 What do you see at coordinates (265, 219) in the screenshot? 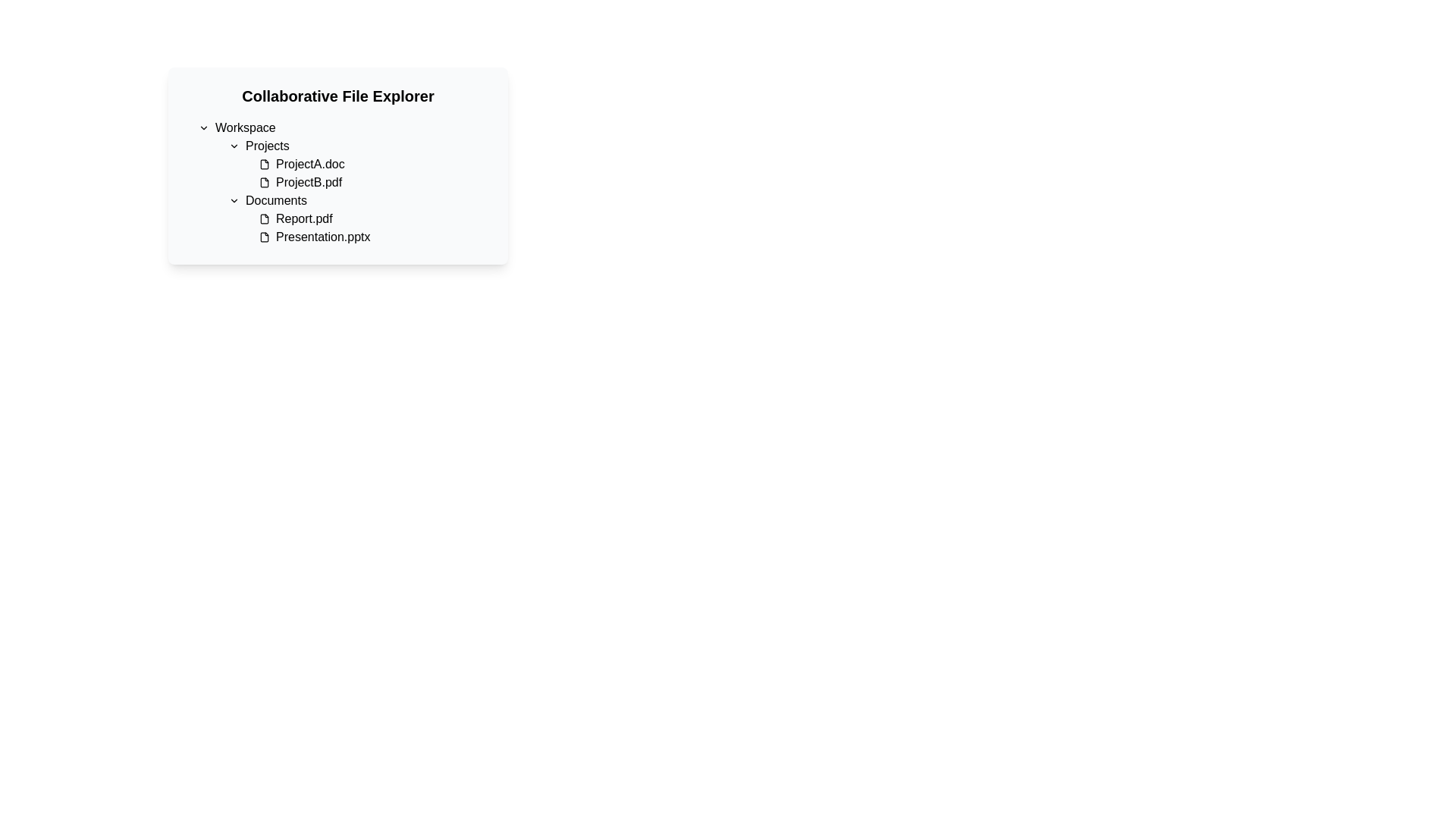
I see `the file icon representing 'Report.pdf', which is styled with black outlines and white fill, located in the 'Documents' section` at bounding box center [265, 219].